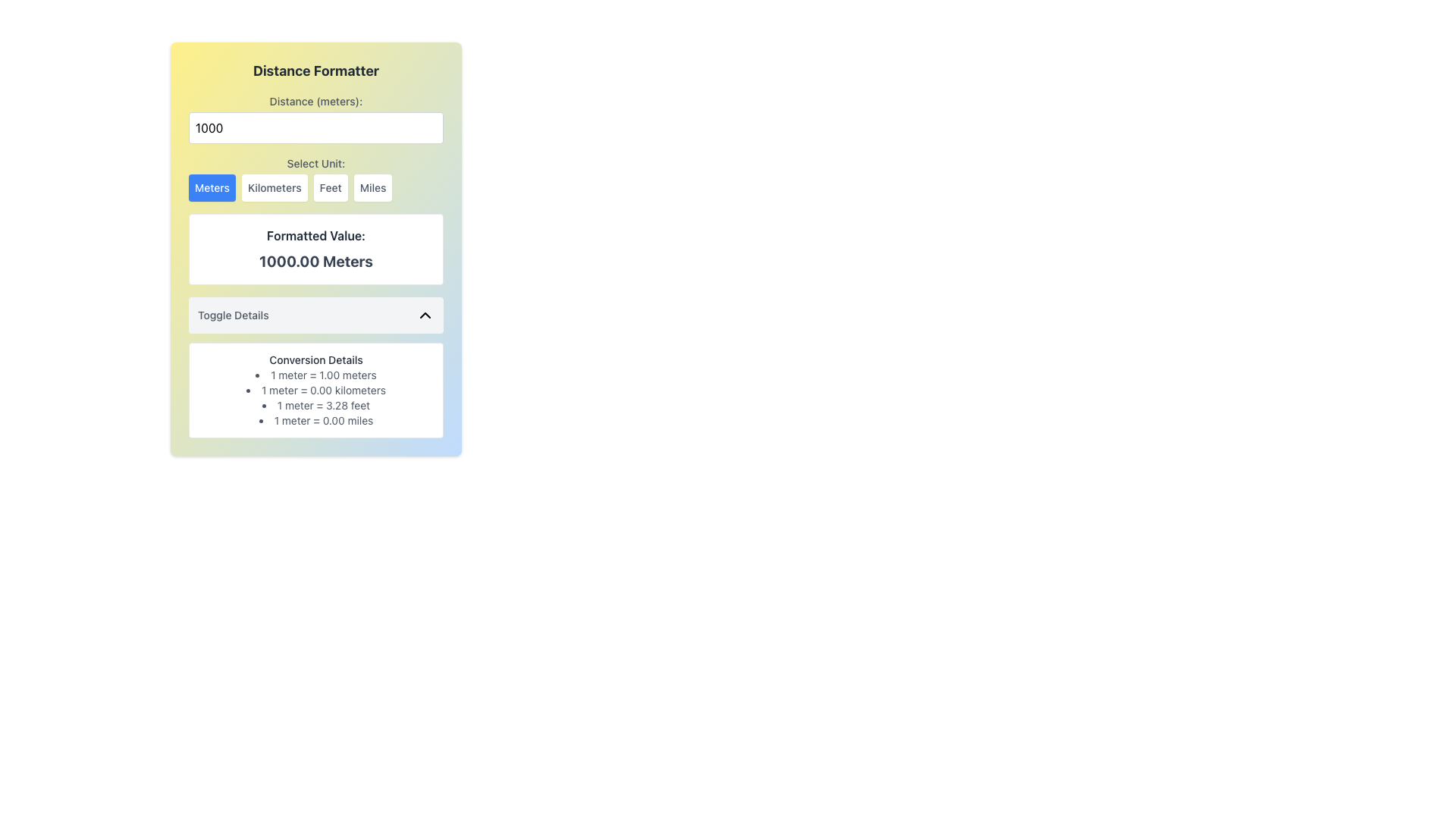 The image size is (1456, 819). What do you see at coordinates (315, 390) in the screenshot?
I see `text of the second item in the bulleted list under 'Conversion Details', which specifies the equivalent value of one meter in kilometers` at bounding box center [315, 390].